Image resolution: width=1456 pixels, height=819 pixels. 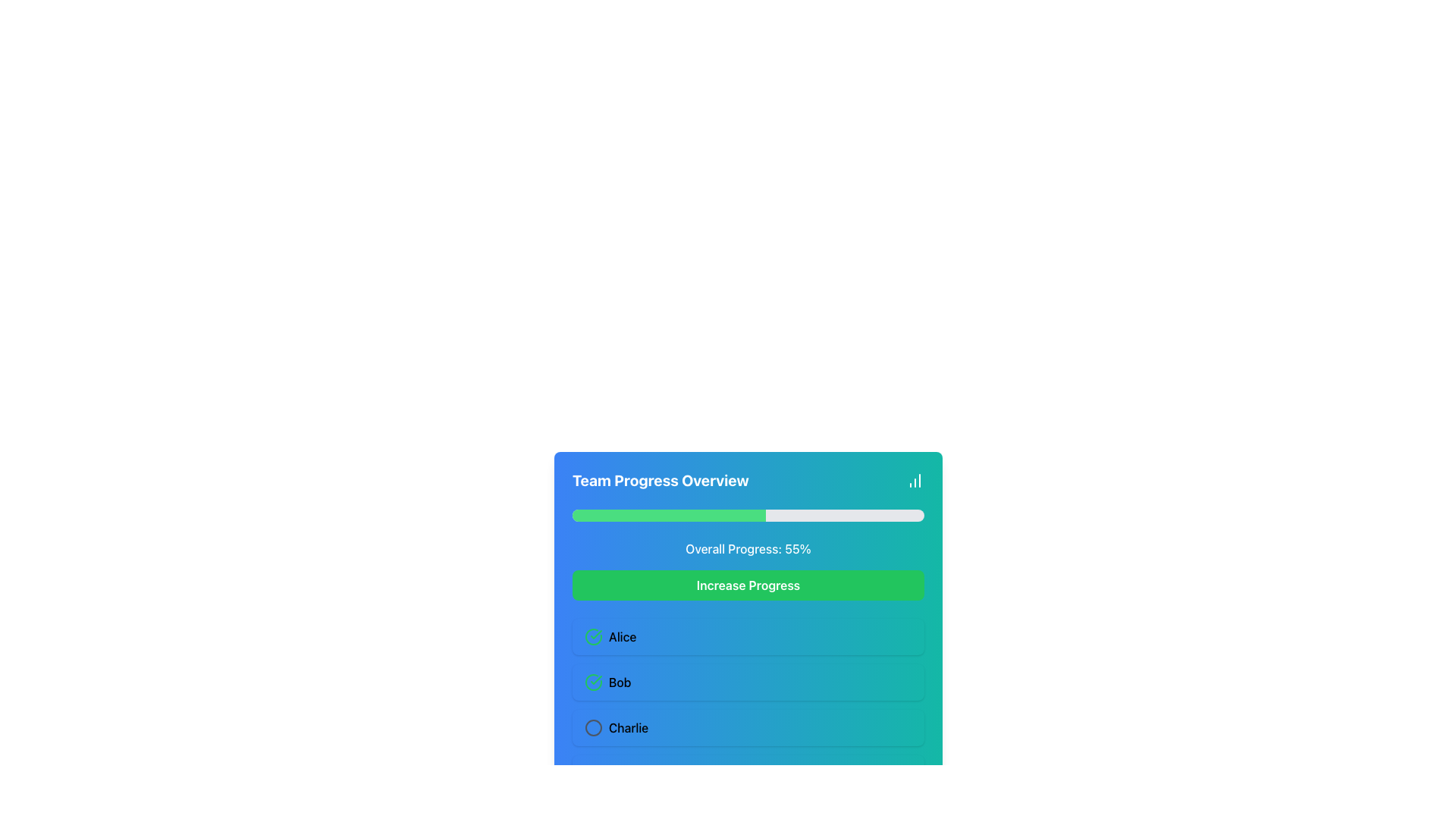 I want to click on the circular icon indicating status or completion, which has a green outline and a checkmark, so click(x=592, y=681).